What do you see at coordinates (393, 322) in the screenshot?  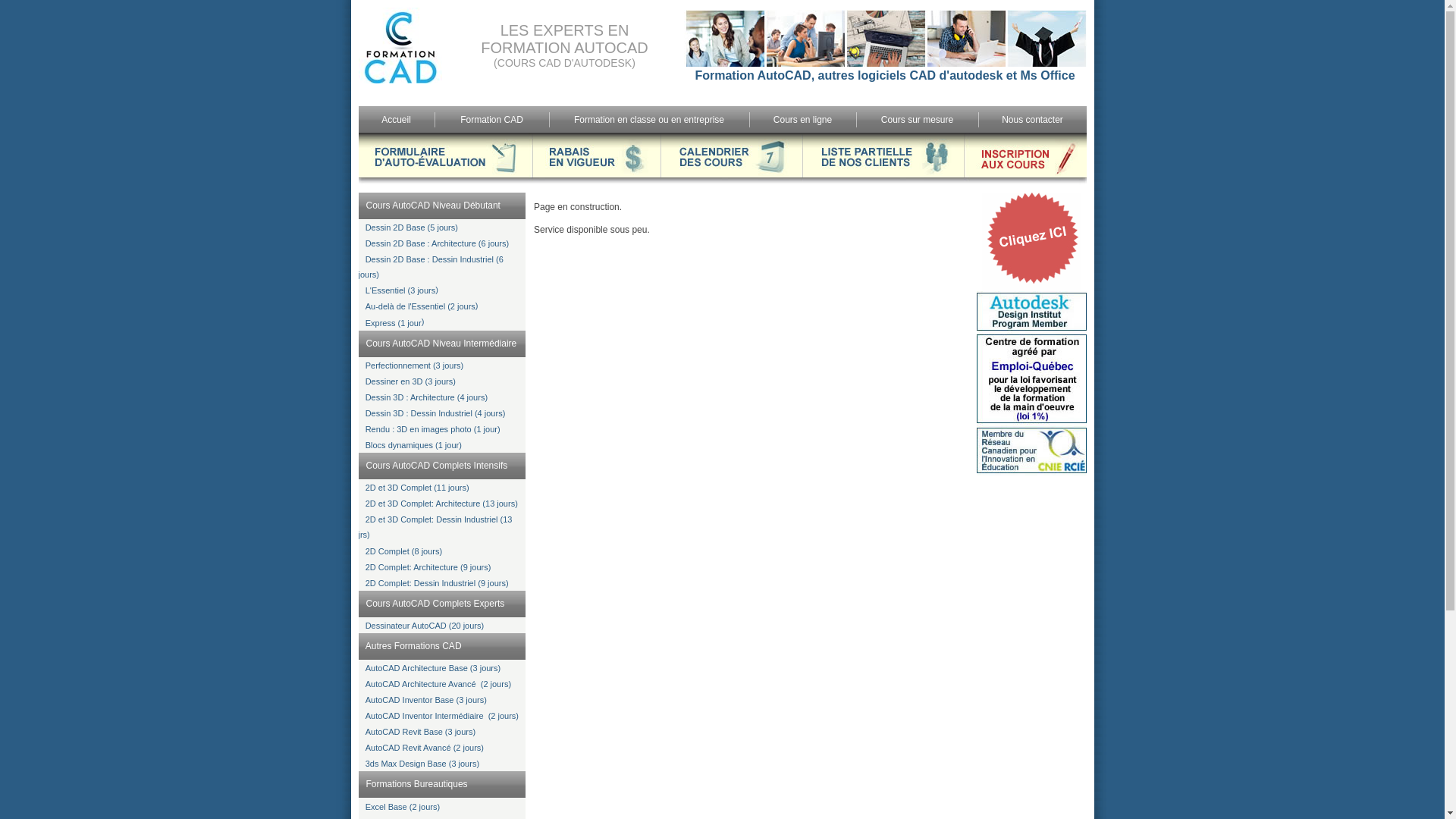 I see `'Express (1 jour'` at bounding box center [393, 322].